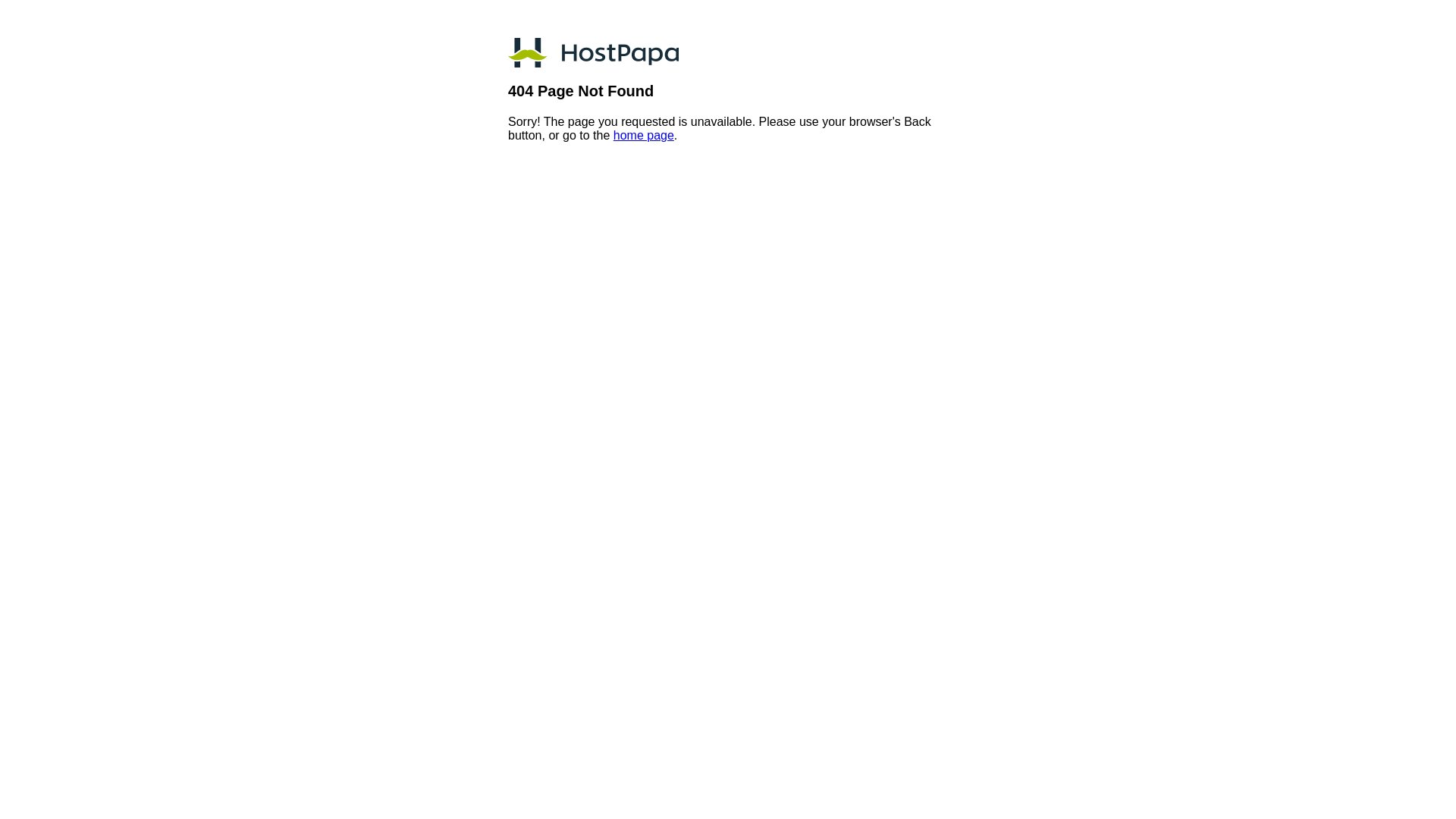 Image resolution: width=1456 pixels, height=819 pixels. I want to click on 'home page', so click(644, 134).